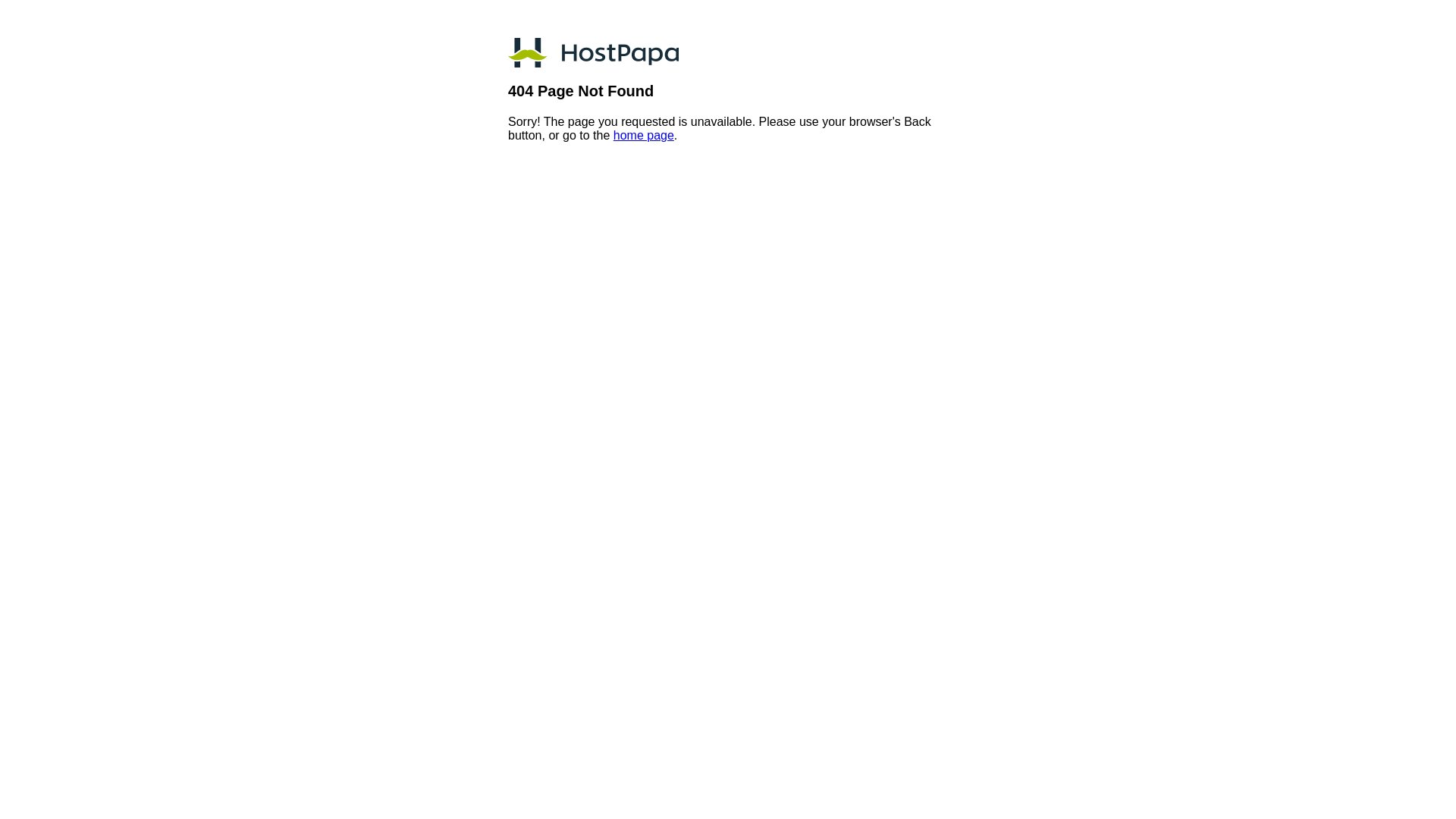 Image resolution: width=1456 pixels, height=819 pixels. I want to click on 'home page', so click(644, 134).